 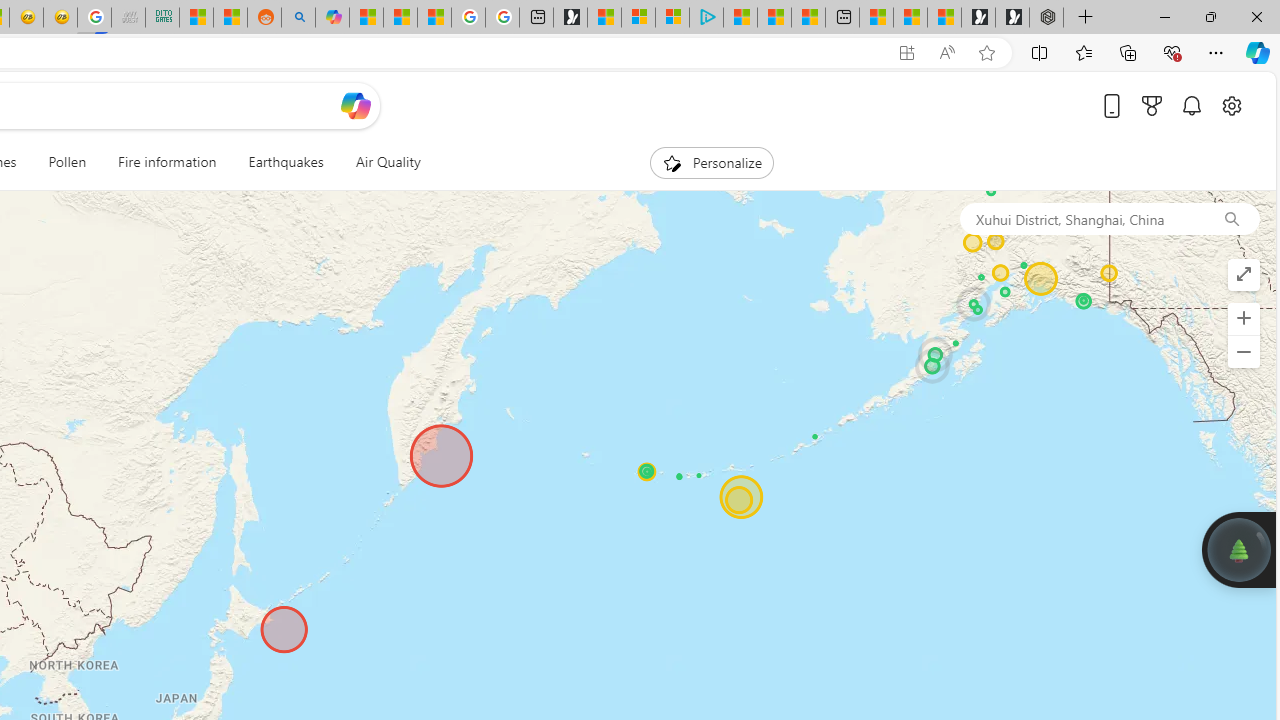 I want to click on 'Earthquakes', so click(x=285, y=162).